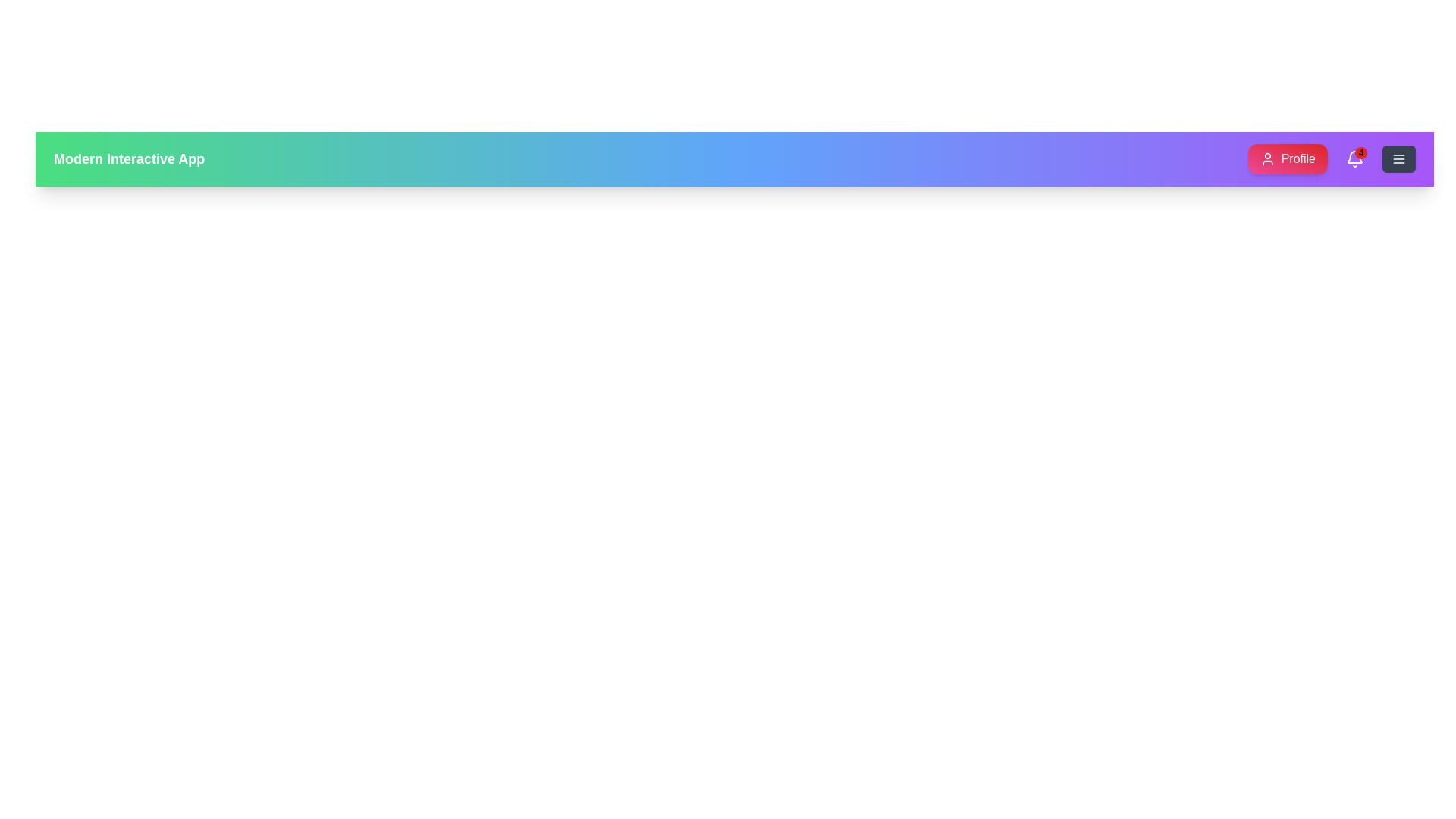 The height and width of the screenshot is (819, 1456). I want to click on the bell icon to view notifications, so click(1354, 158).